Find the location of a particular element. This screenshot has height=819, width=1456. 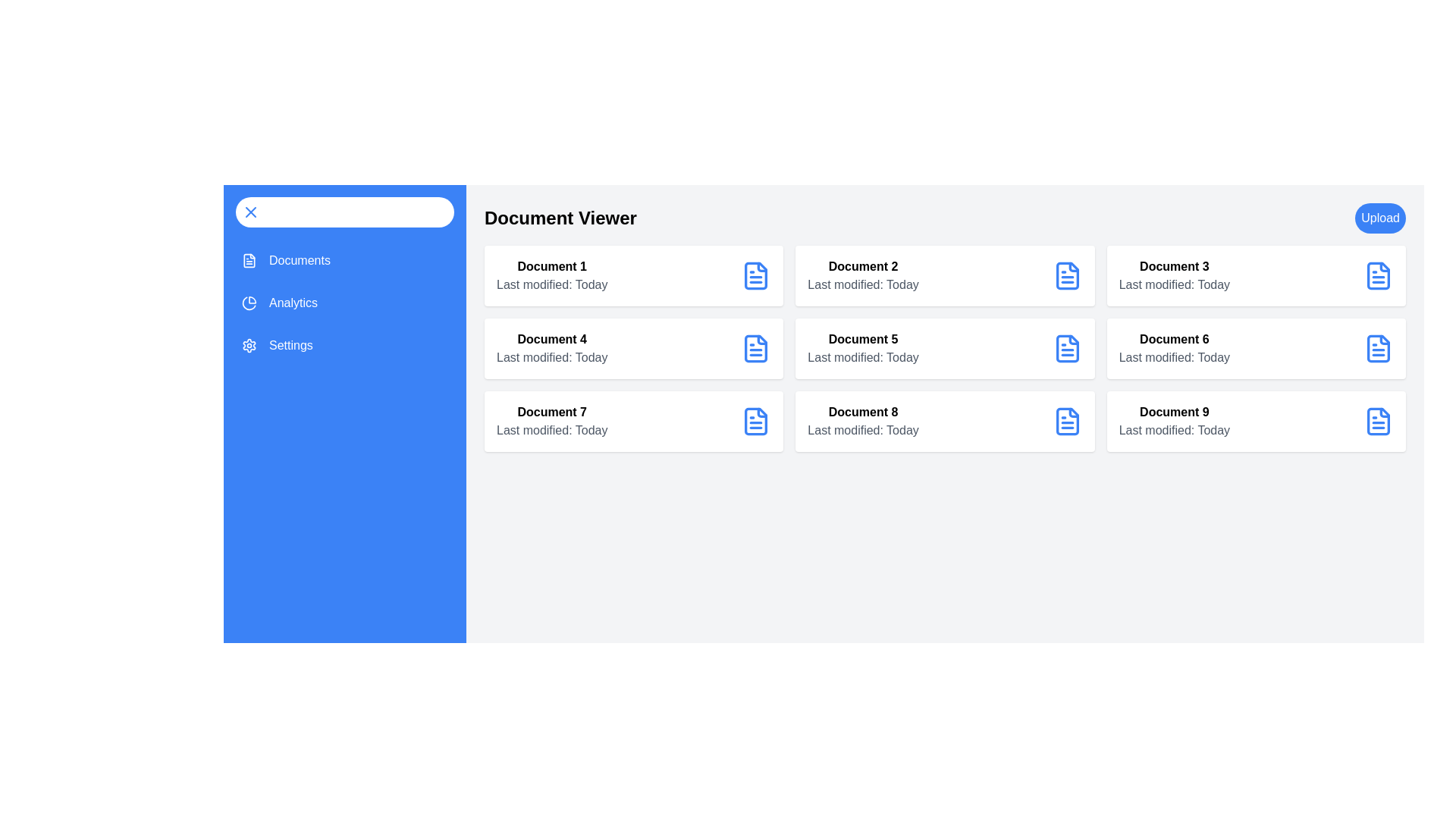

the menu item Documents from the sidebar menu is located at coordinates (344, 259).